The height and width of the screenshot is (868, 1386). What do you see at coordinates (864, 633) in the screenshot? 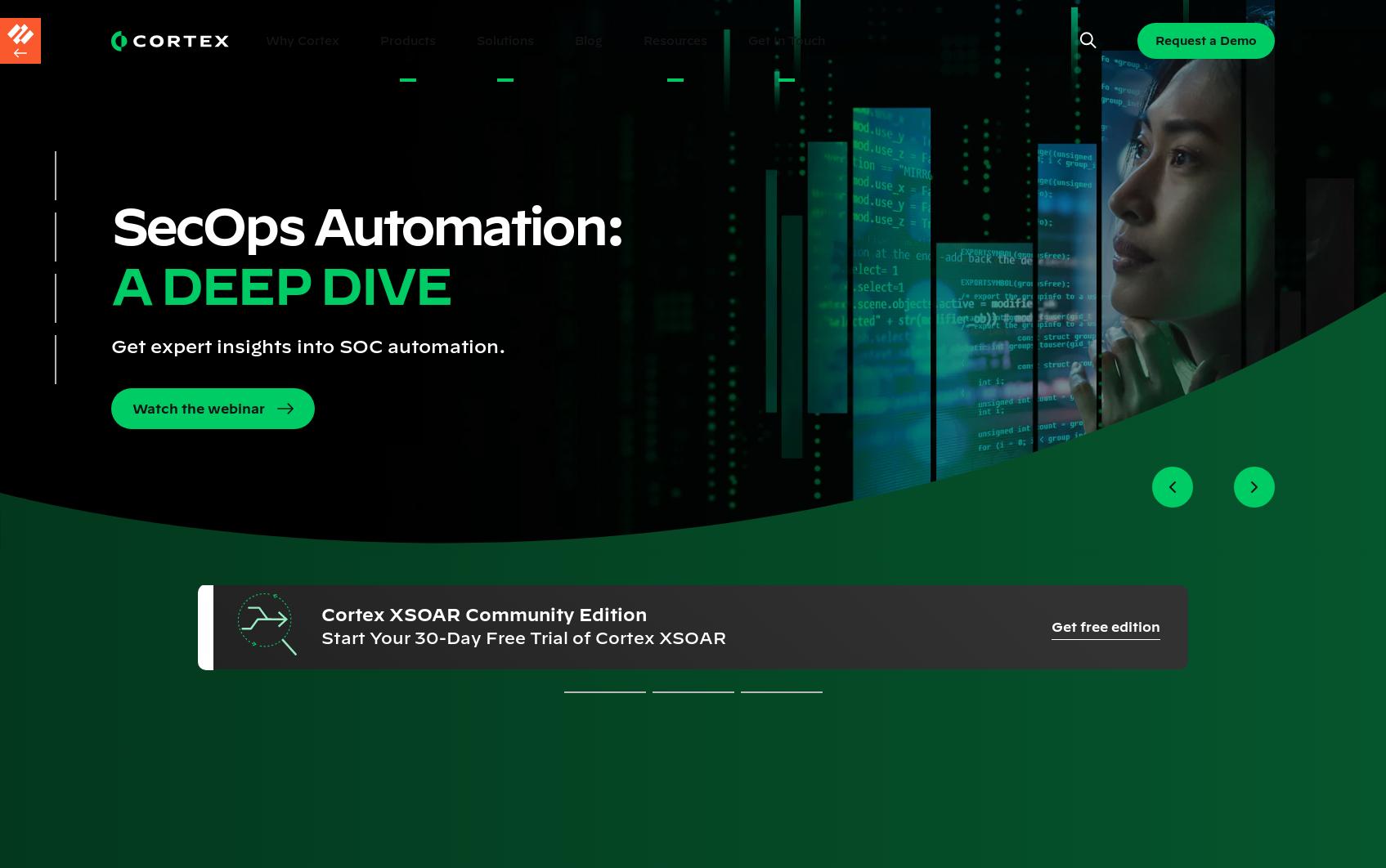
I see `'Head of Cyber Security Prevention and Transformation,'` at bounding box center [864, 633].